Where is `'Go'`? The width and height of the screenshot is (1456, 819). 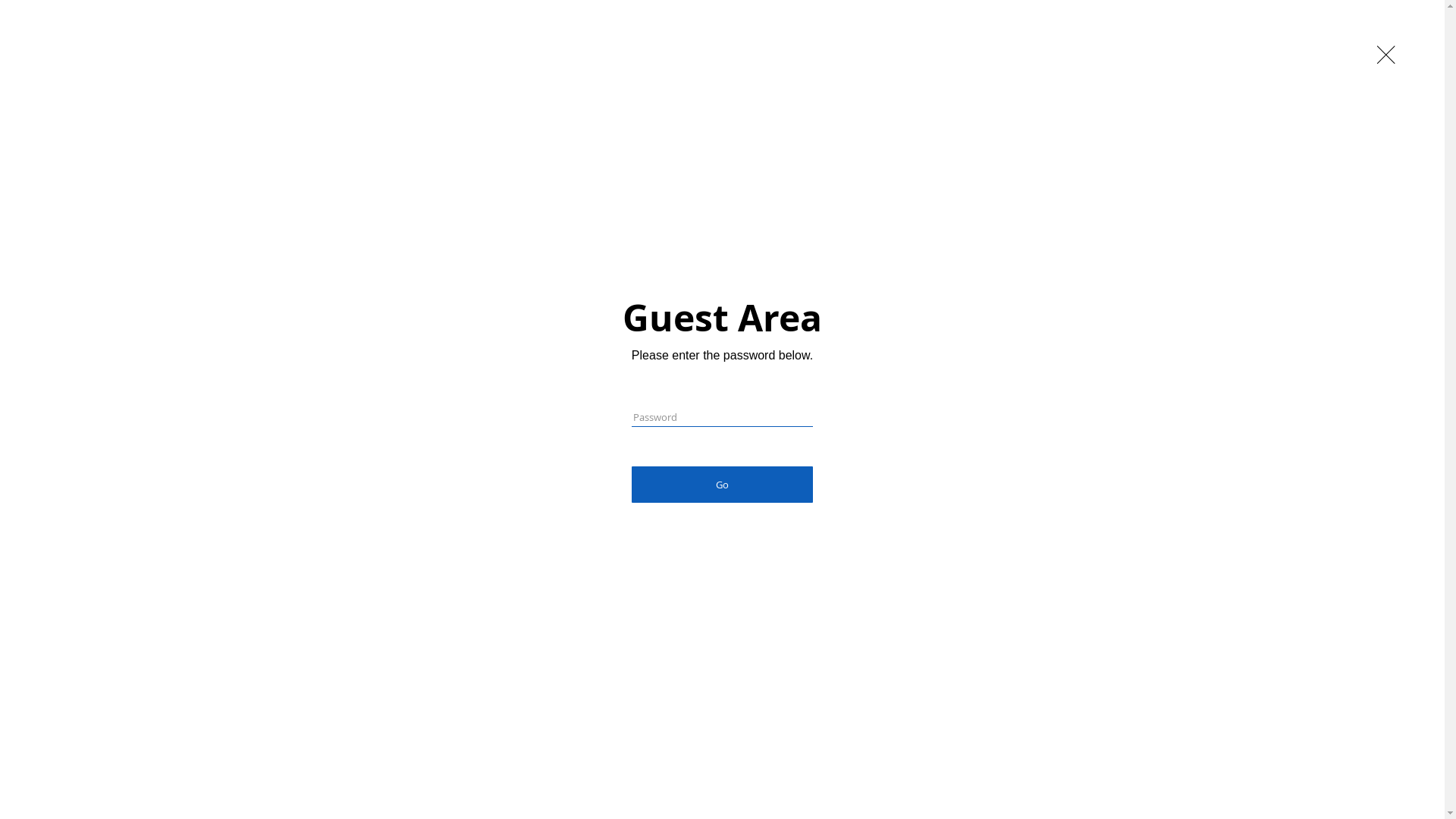
'Go' is located at coordinates (632, 485).